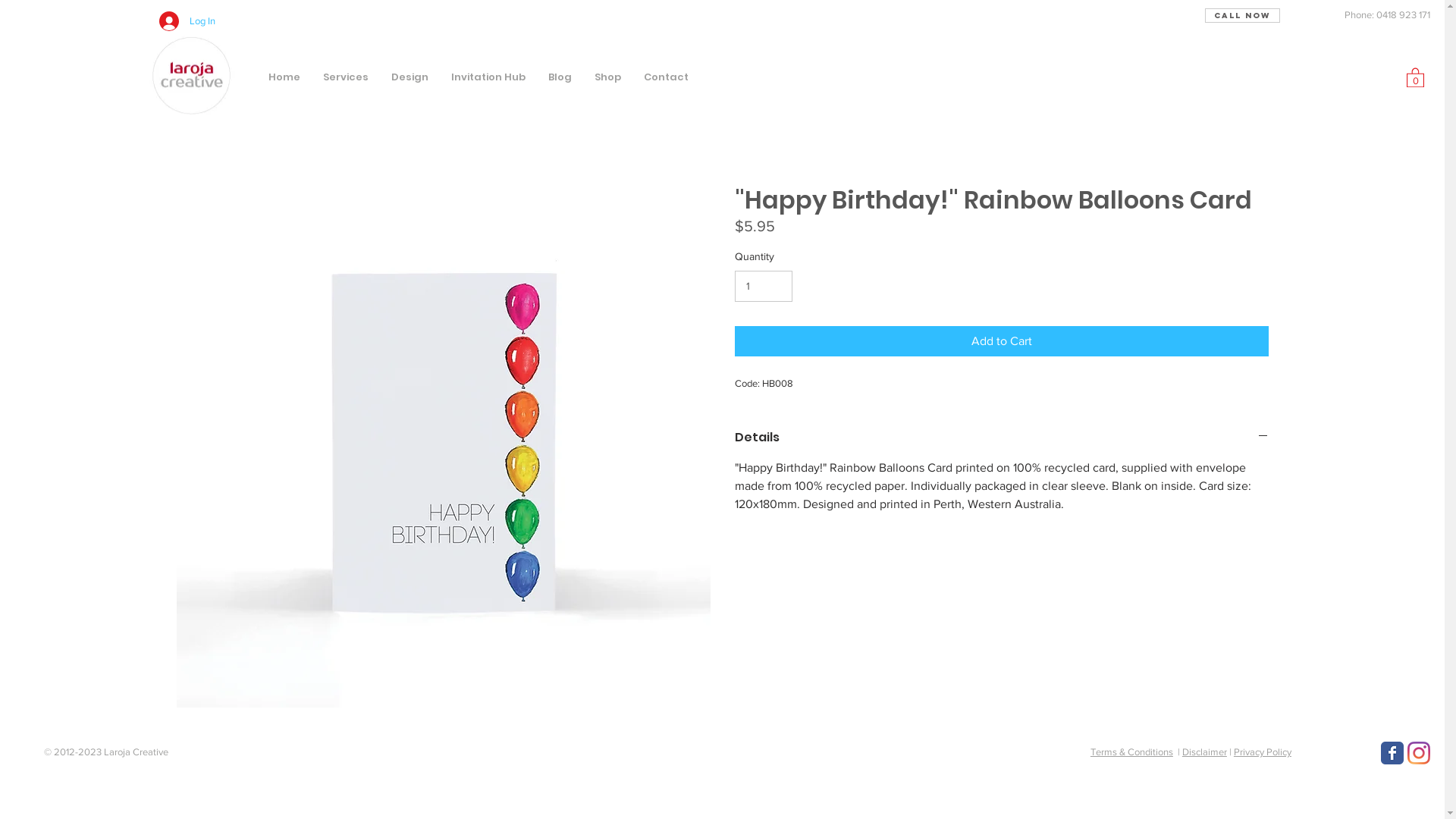 This screenshot has height=819, width=1456. Describe the element at coordinates (1131, 752) in the screenshot. I see `'Terms & Conditions'` at that location.